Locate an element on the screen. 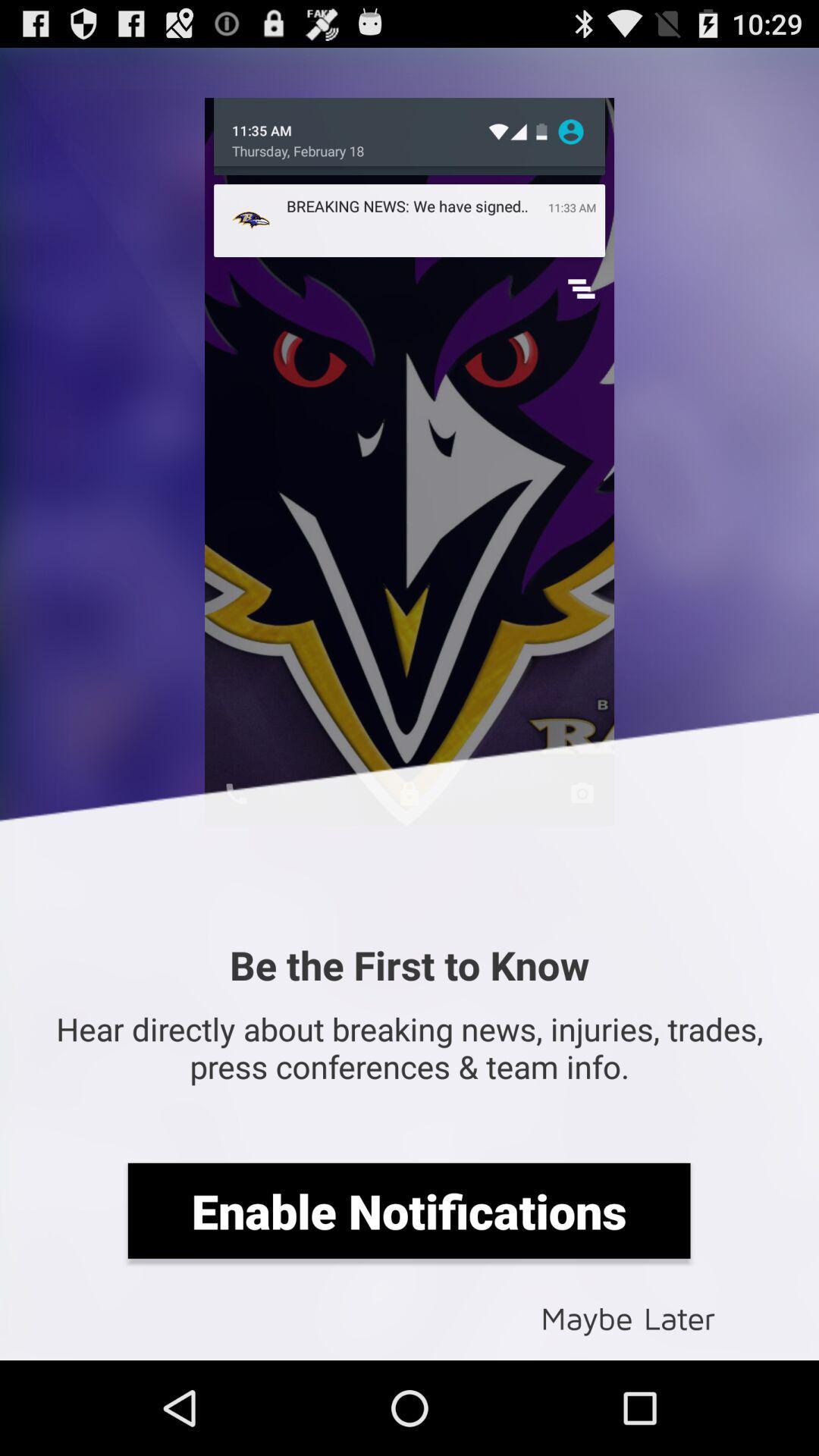 This screenshot has width=819, height=1456. the maybe later item is located at coordinates (628, 1316).